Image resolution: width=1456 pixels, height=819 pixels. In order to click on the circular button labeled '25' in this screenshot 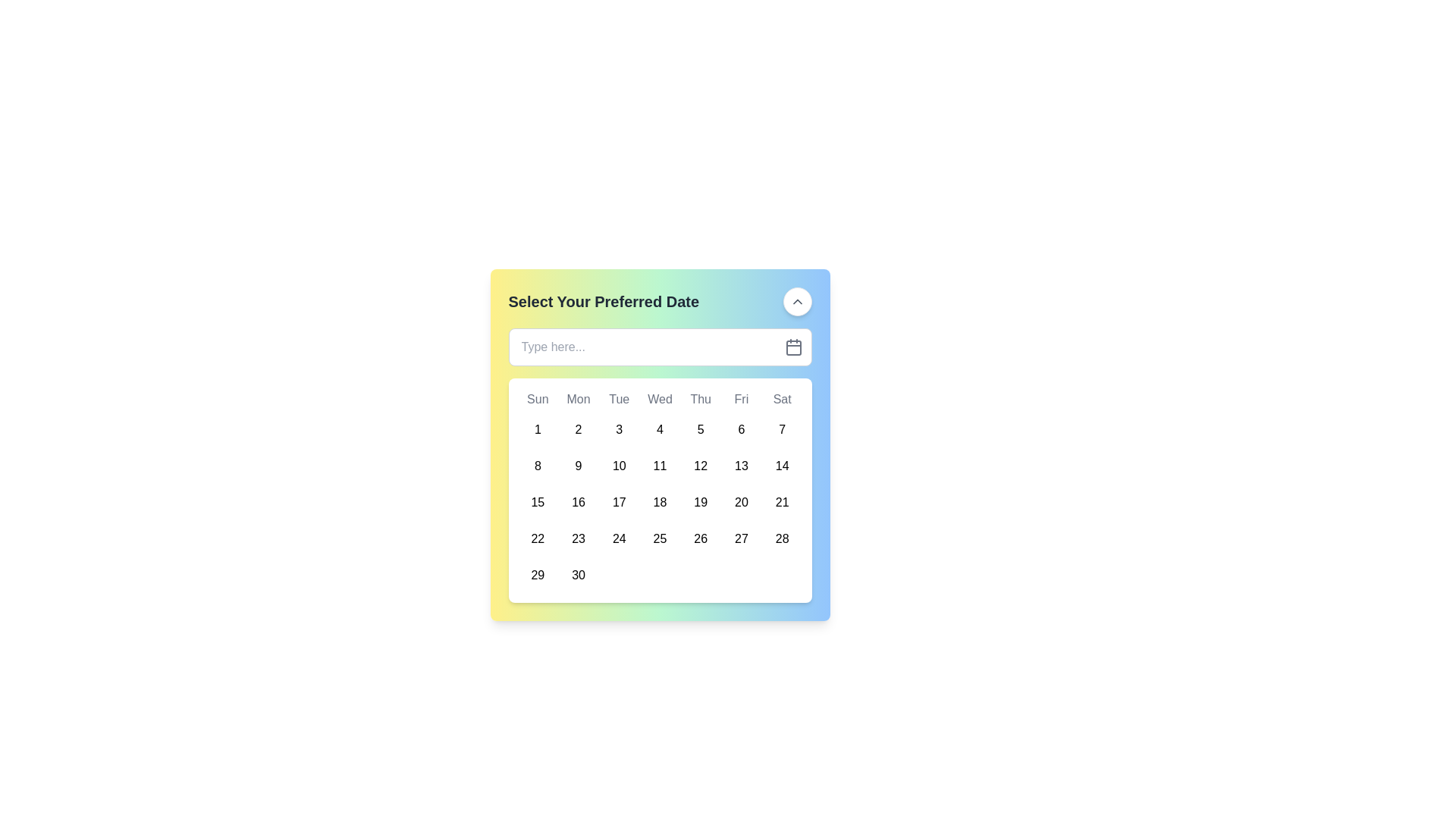, I will do `click(660, 538)`.